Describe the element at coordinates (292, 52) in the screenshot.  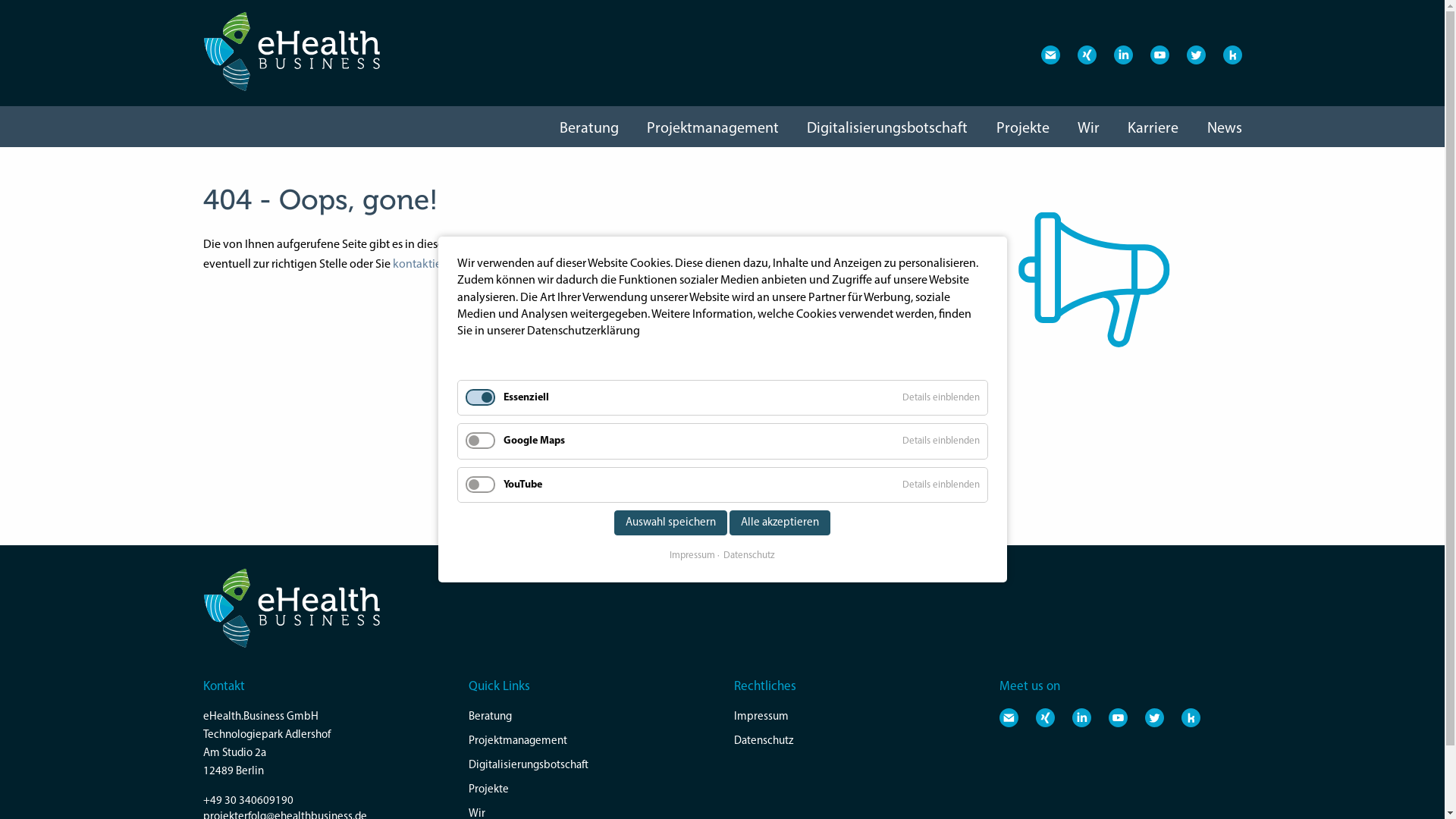
I see `'eHealth Business - Projekterfolg im Gesundheitswesen'` at that location.